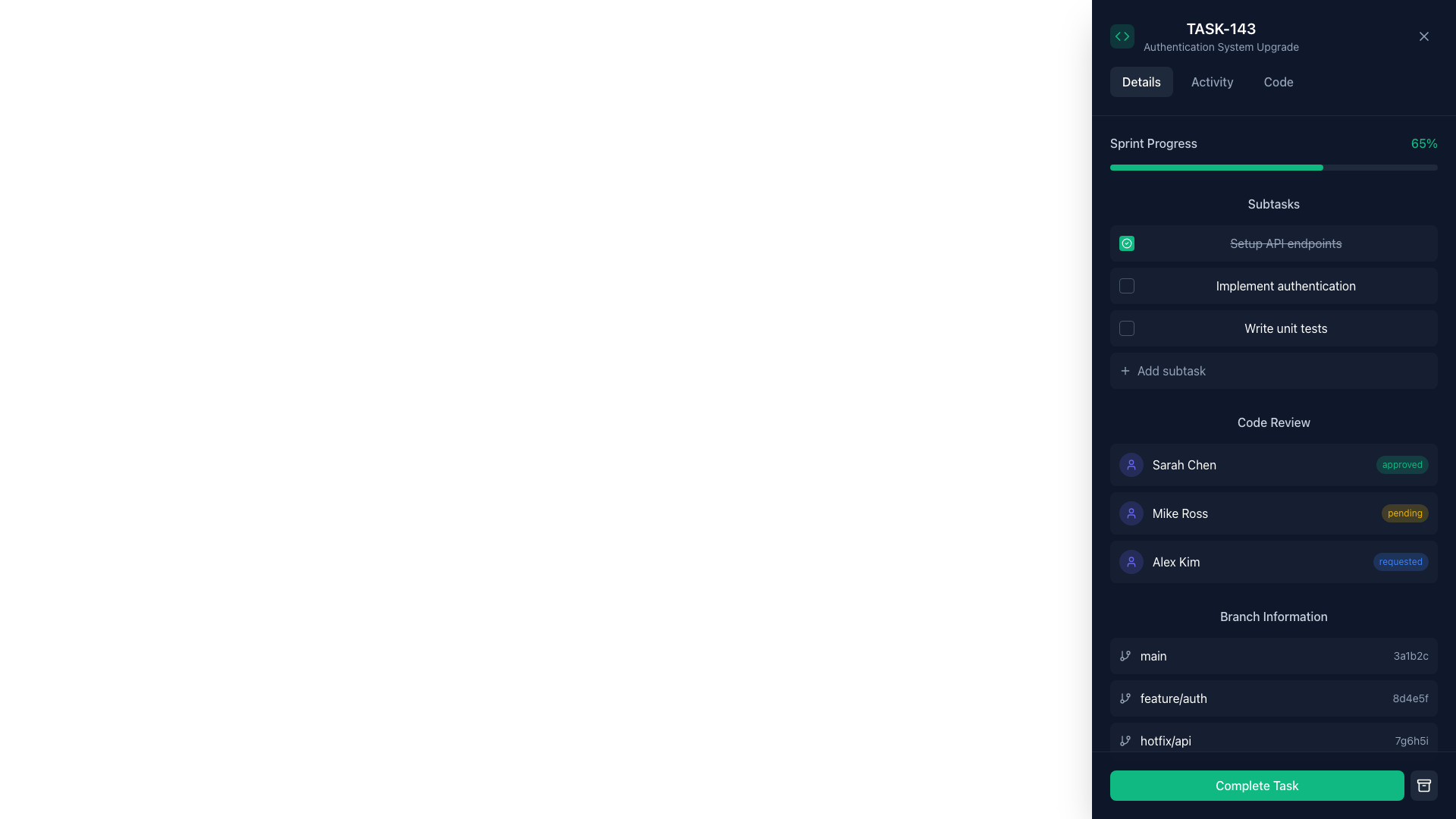 This screenshot has height=819, width=1456. What do you see at coordinates (1126, 35) in the screenshot?
I see `the decorative right arrow shape within the SVG icon element that is part of the 'code' symbol, located near the top-left corner of the details panel` at bounding box center [1126, 35].